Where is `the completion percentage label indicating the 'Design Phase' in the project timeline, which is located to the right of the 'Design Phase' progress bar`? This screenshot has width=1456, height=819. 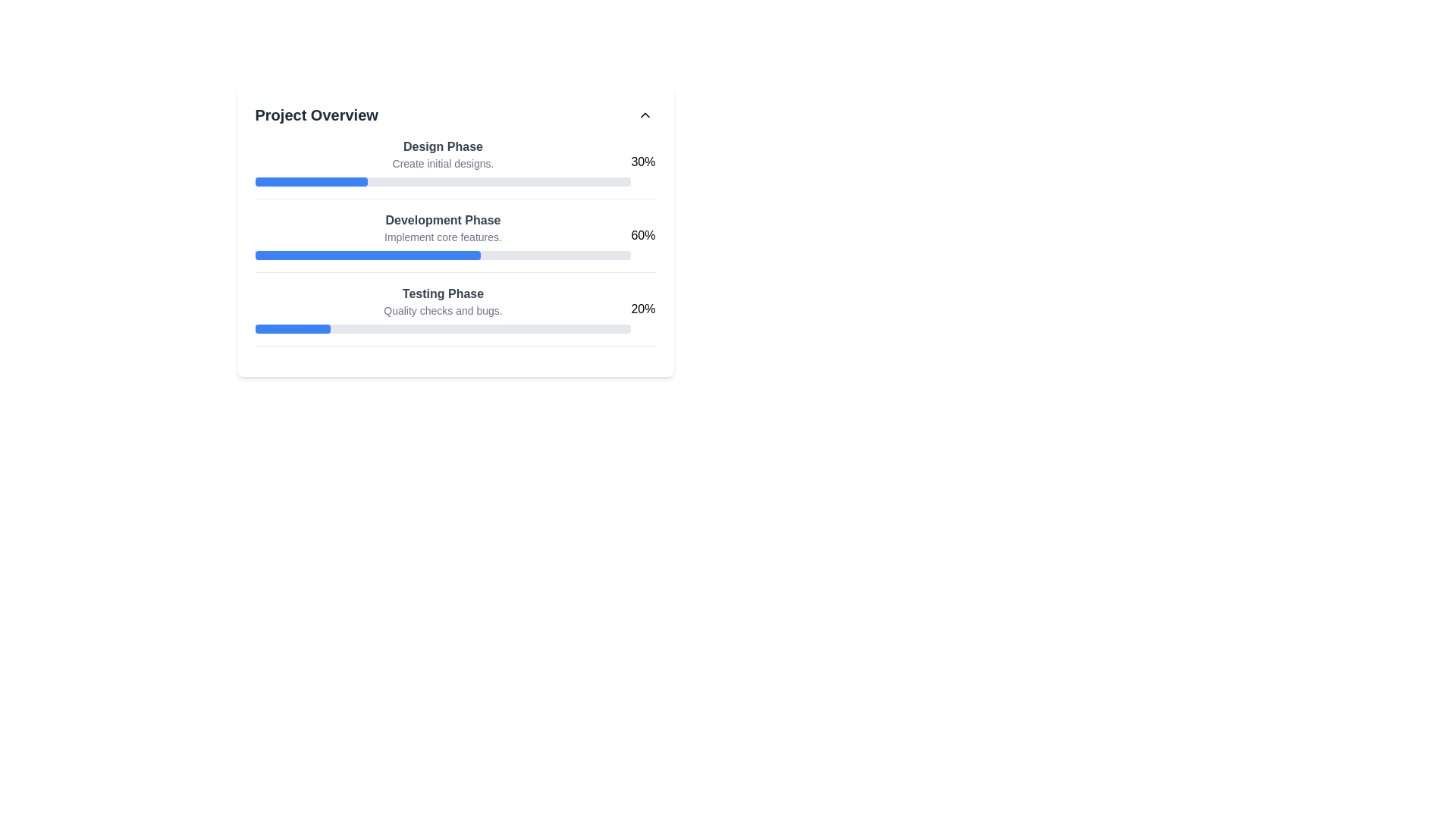 the completion percentage label indicating the 'Design Phase' in the project timeline, which is located to the right of the 'Design Phase' progress bar is located at coordinates (643, 162).